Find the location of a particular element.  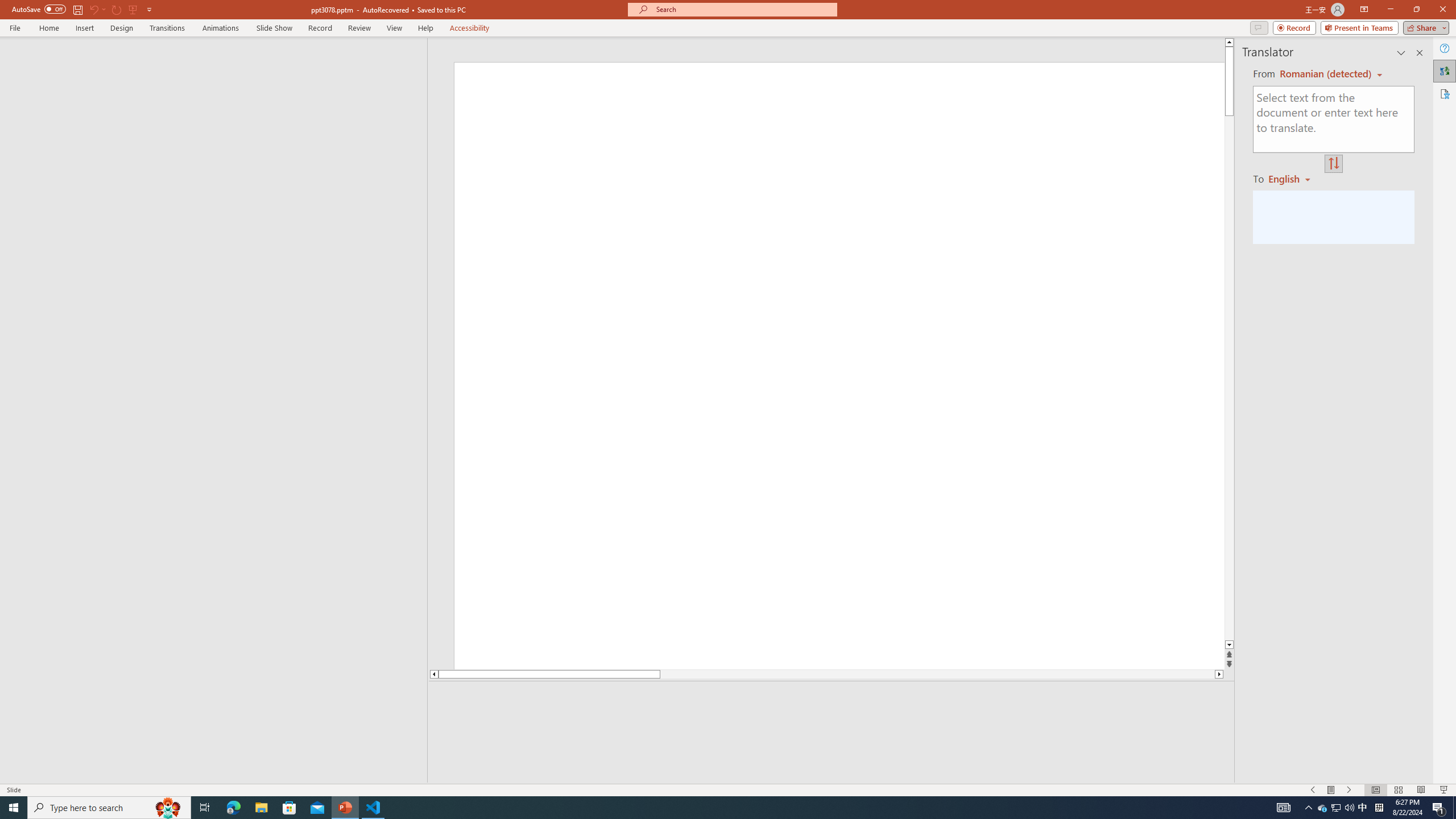

'Menu On' is located at coordinates (1331, 790).